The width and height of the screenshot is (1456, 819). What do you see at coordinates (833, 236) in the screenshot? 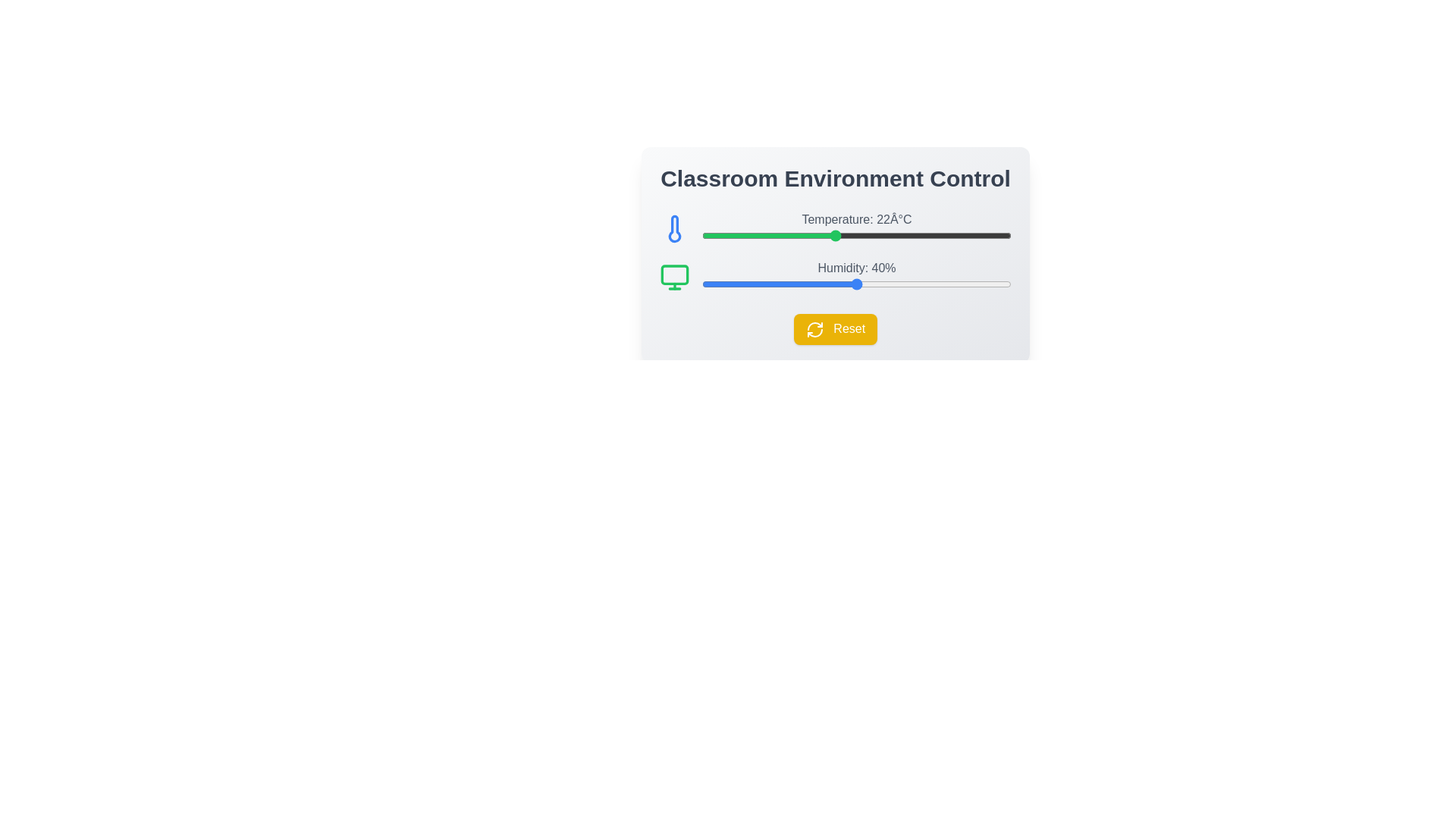
I see `the temperature slider to 22°C` at bounding box center [833, 236].